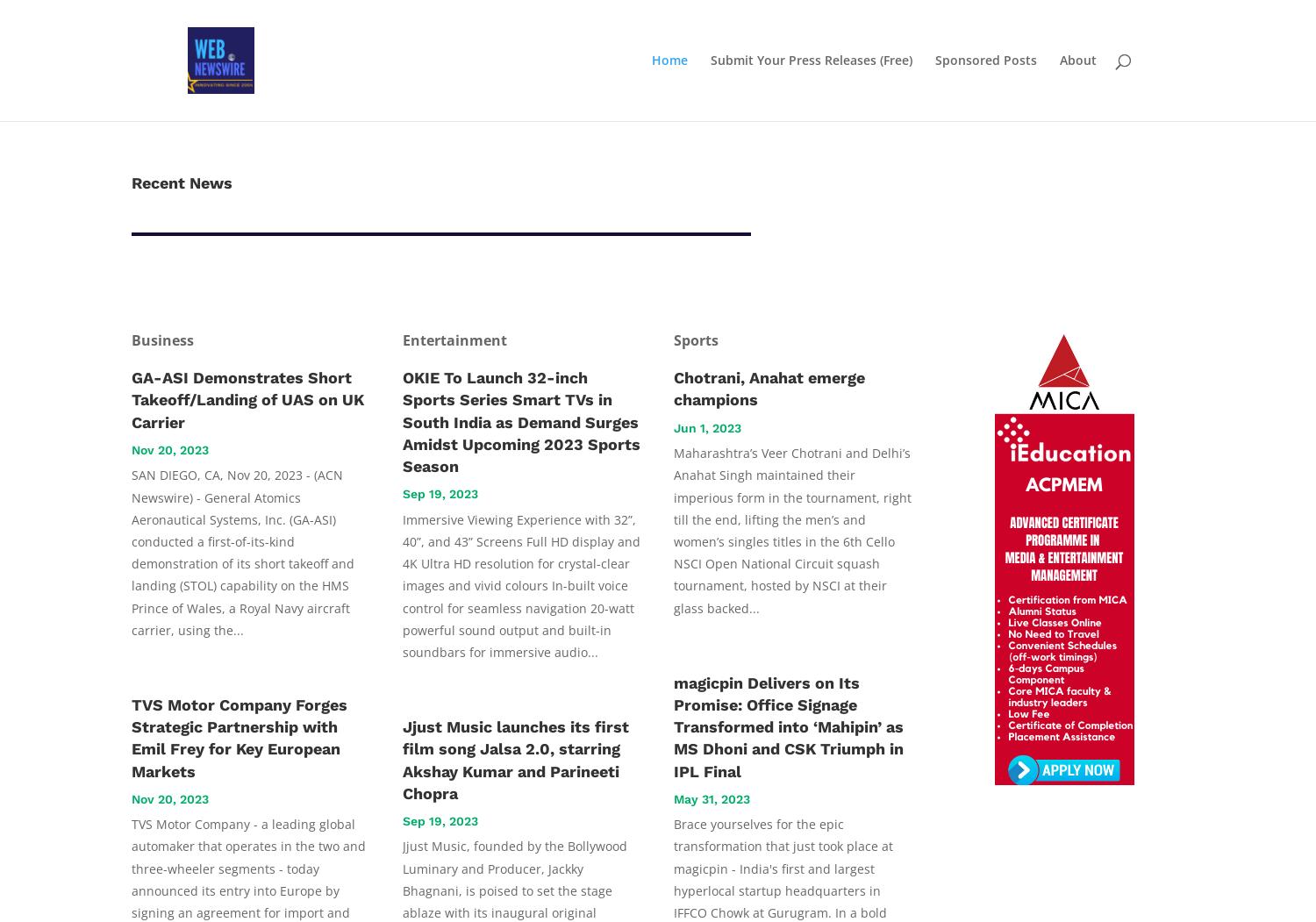  What do you see at coordinates (240, 737) in the screenshot?
I see `'TVS Motor Company Forges Strategic Partnership with Emil Frey for Key European Markets'` at bounding box center [240, 737].